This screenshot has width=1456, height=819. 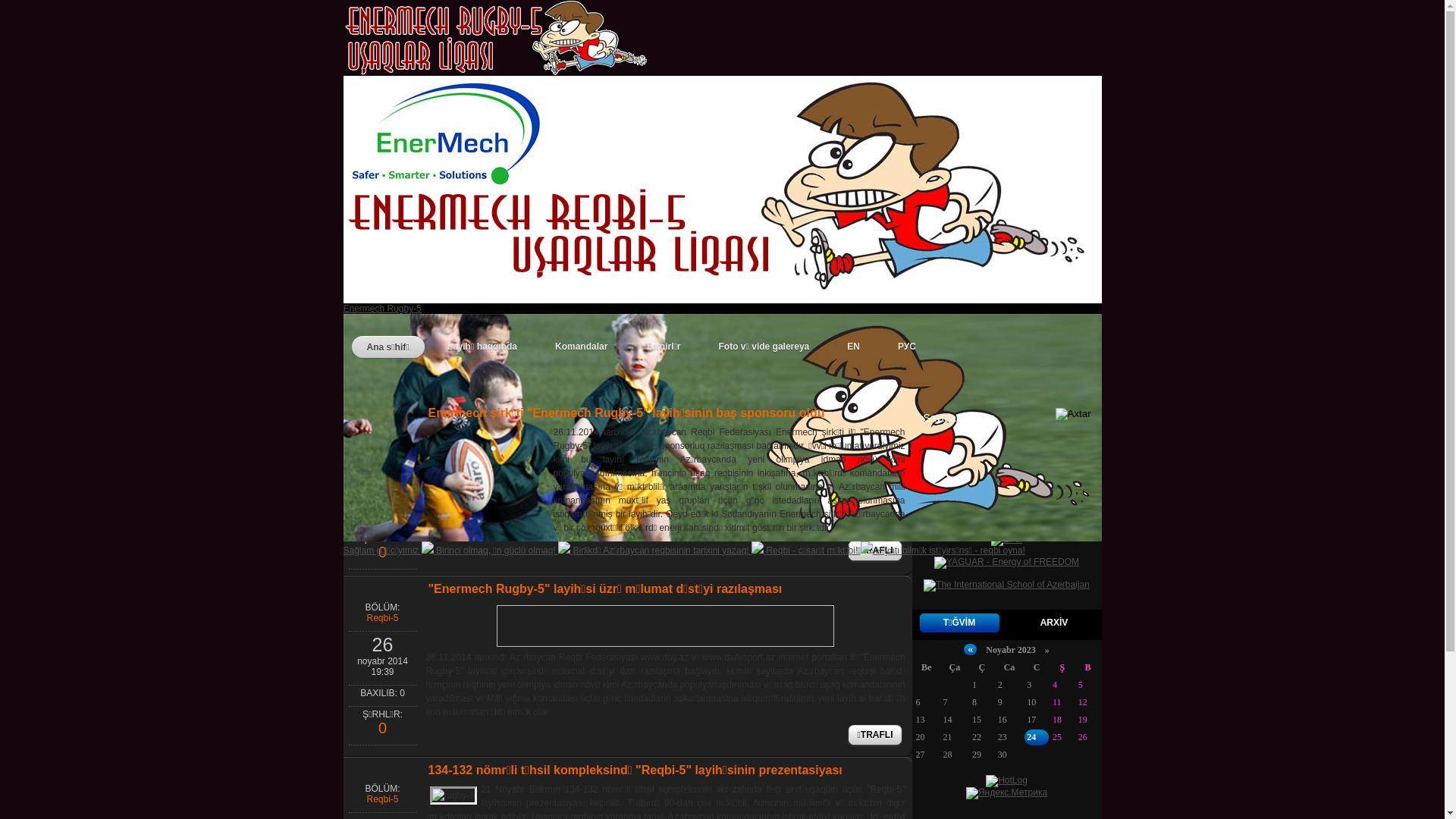 What do you see at coordinates (1055, 416) in the screenshot?
I see `'Axtar'` at bounding box center [1055, 416].